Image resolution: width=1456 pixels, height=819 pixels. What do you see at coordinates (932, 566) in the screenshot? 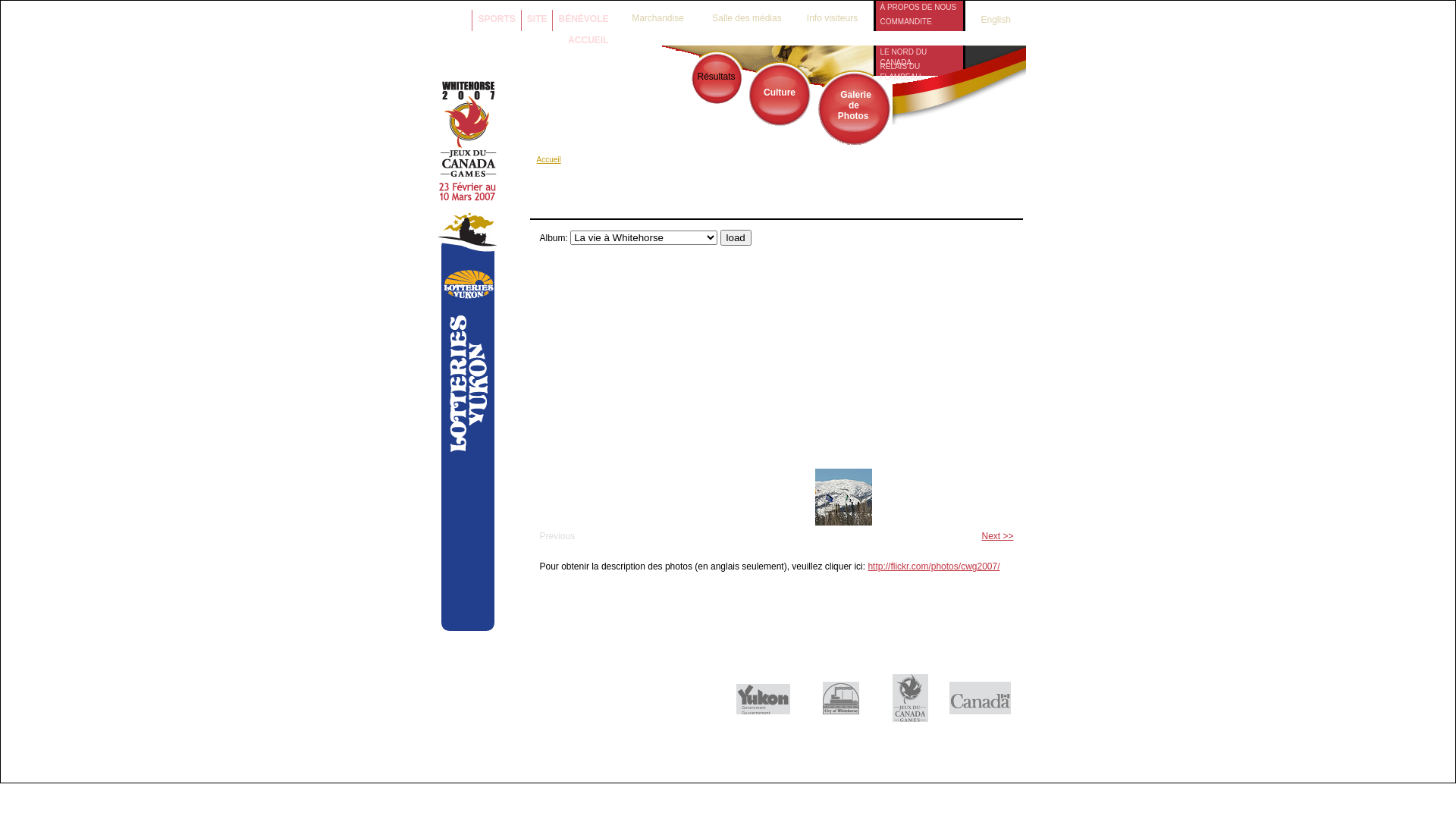
I see `'http://flickr.com/photos/cwg2007/'` at bounding box center [932, 566].